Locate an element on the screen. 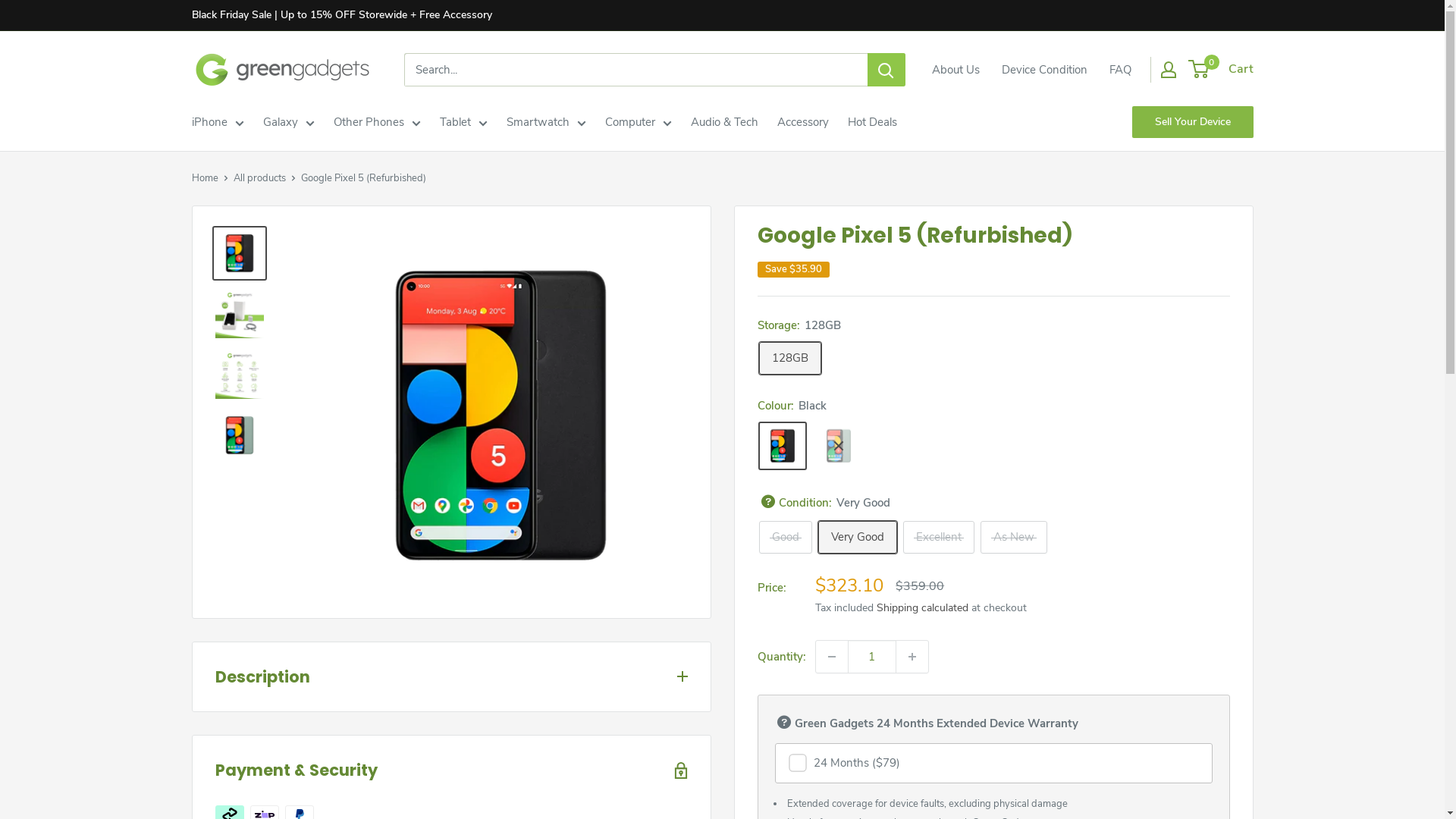 Image resolution: width=1456 pixels, height=819 pixels. 'Sell Your Device' is located at coordinates (1131, 121).